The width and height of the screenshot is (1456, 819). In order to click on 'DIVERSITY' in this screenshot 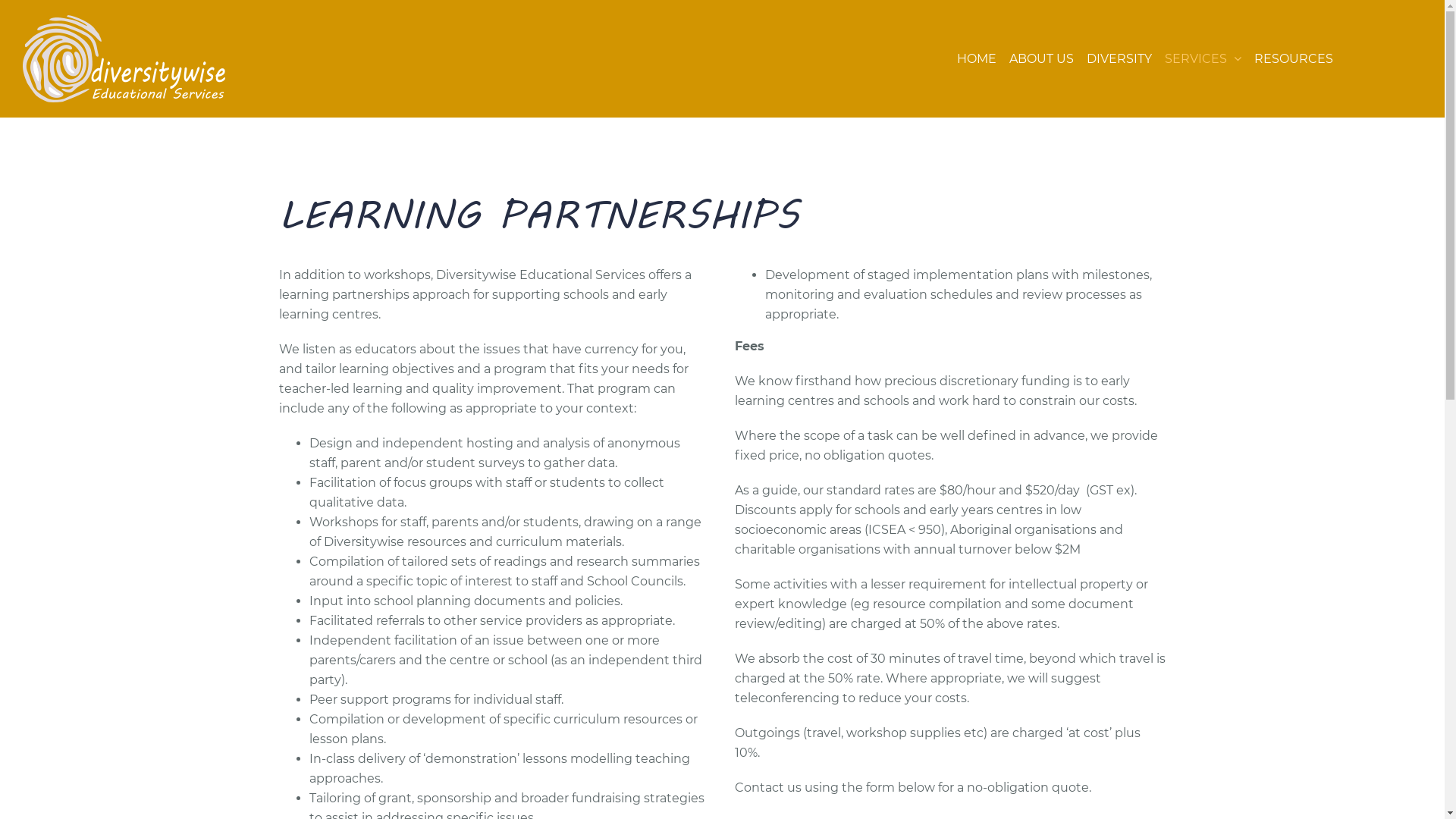, I will do `click(1119, 58)`.